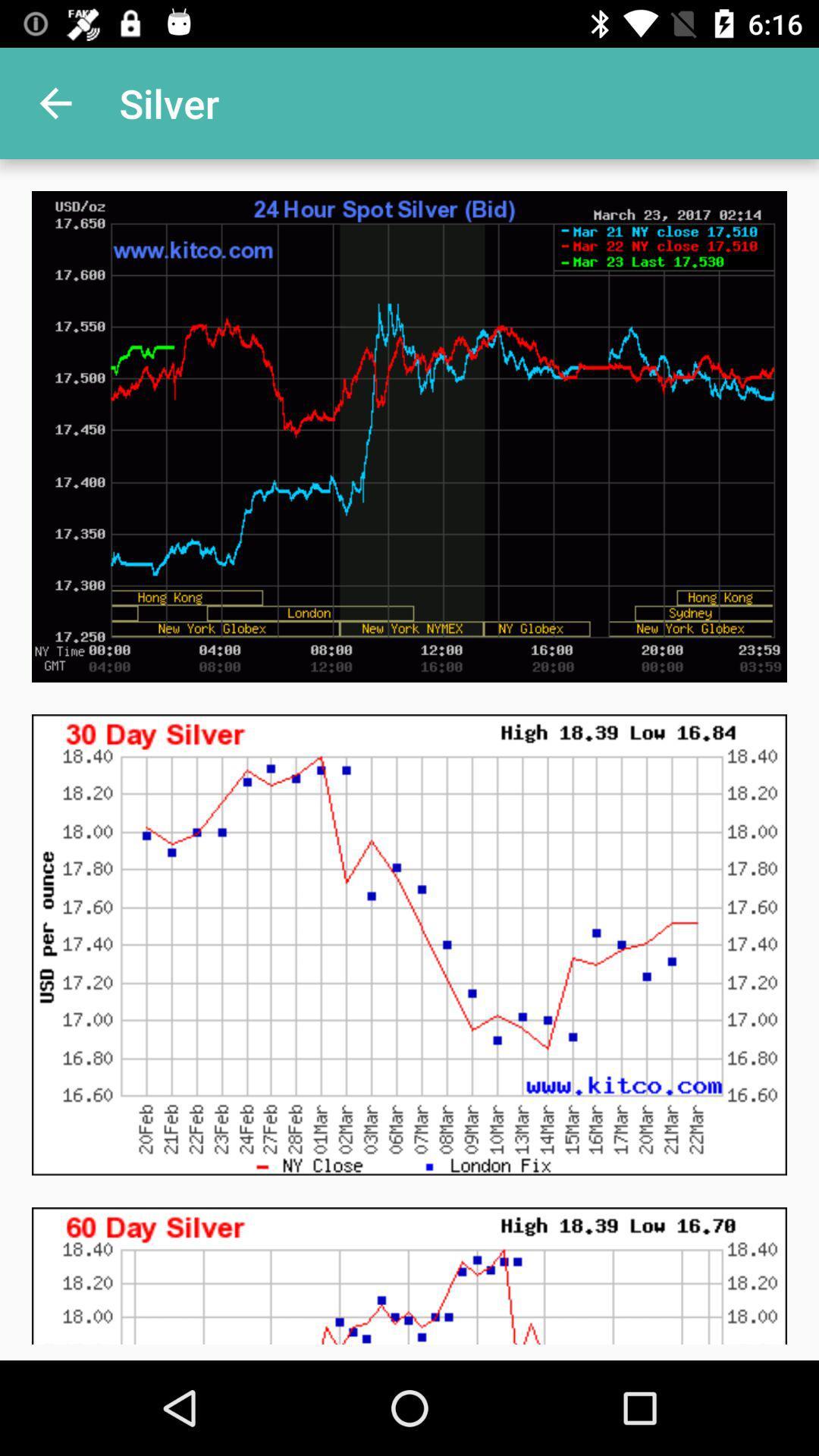 This screenshot has width=819, height=1456. Describe the element at coordinates (55, 102) in the screenshot. I see `the app next to silver app` at that location.